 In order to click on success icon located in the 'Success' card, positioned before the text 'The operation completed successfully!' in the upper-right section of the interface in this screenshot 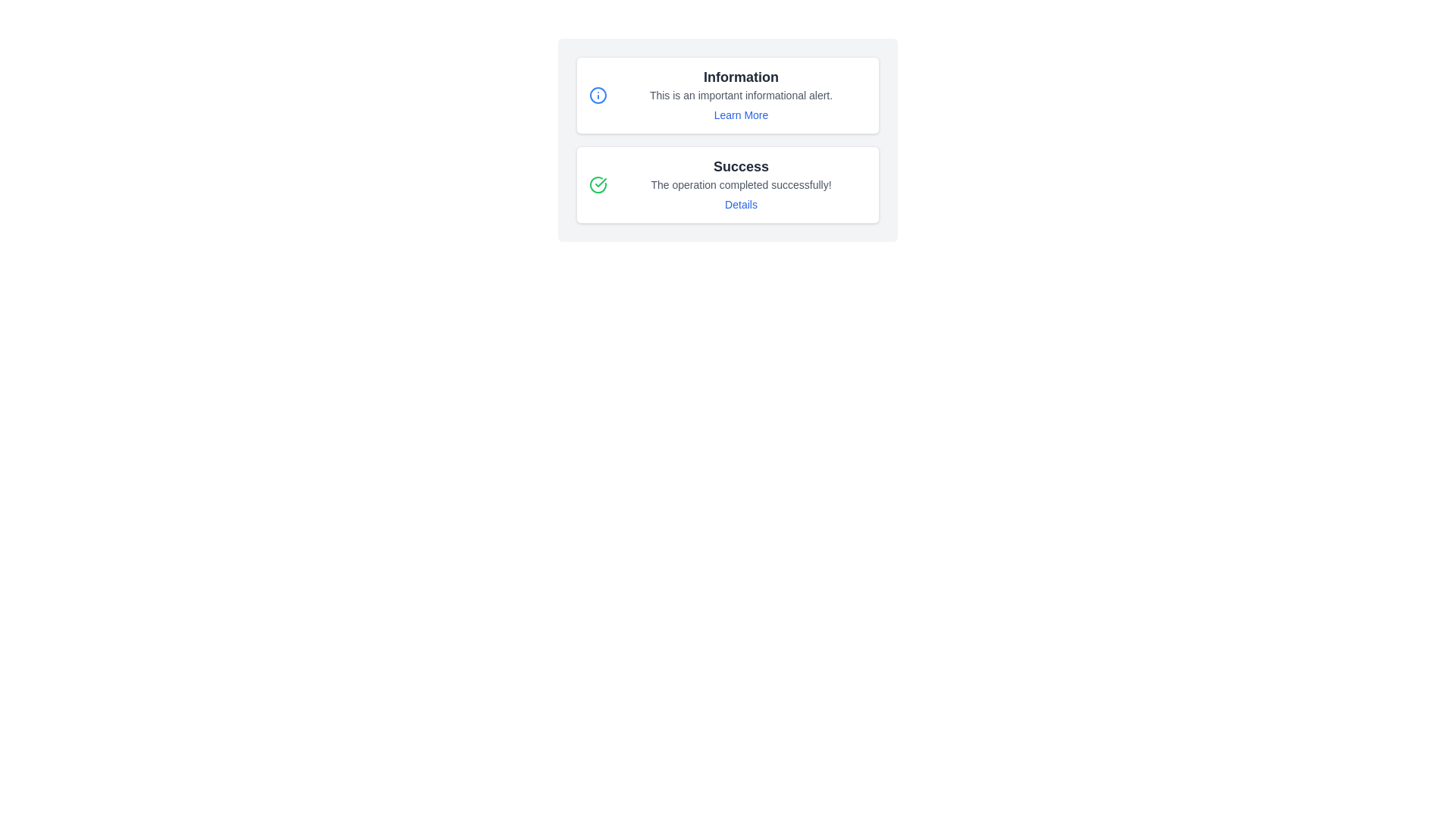, I will do `click(597, 184)`.